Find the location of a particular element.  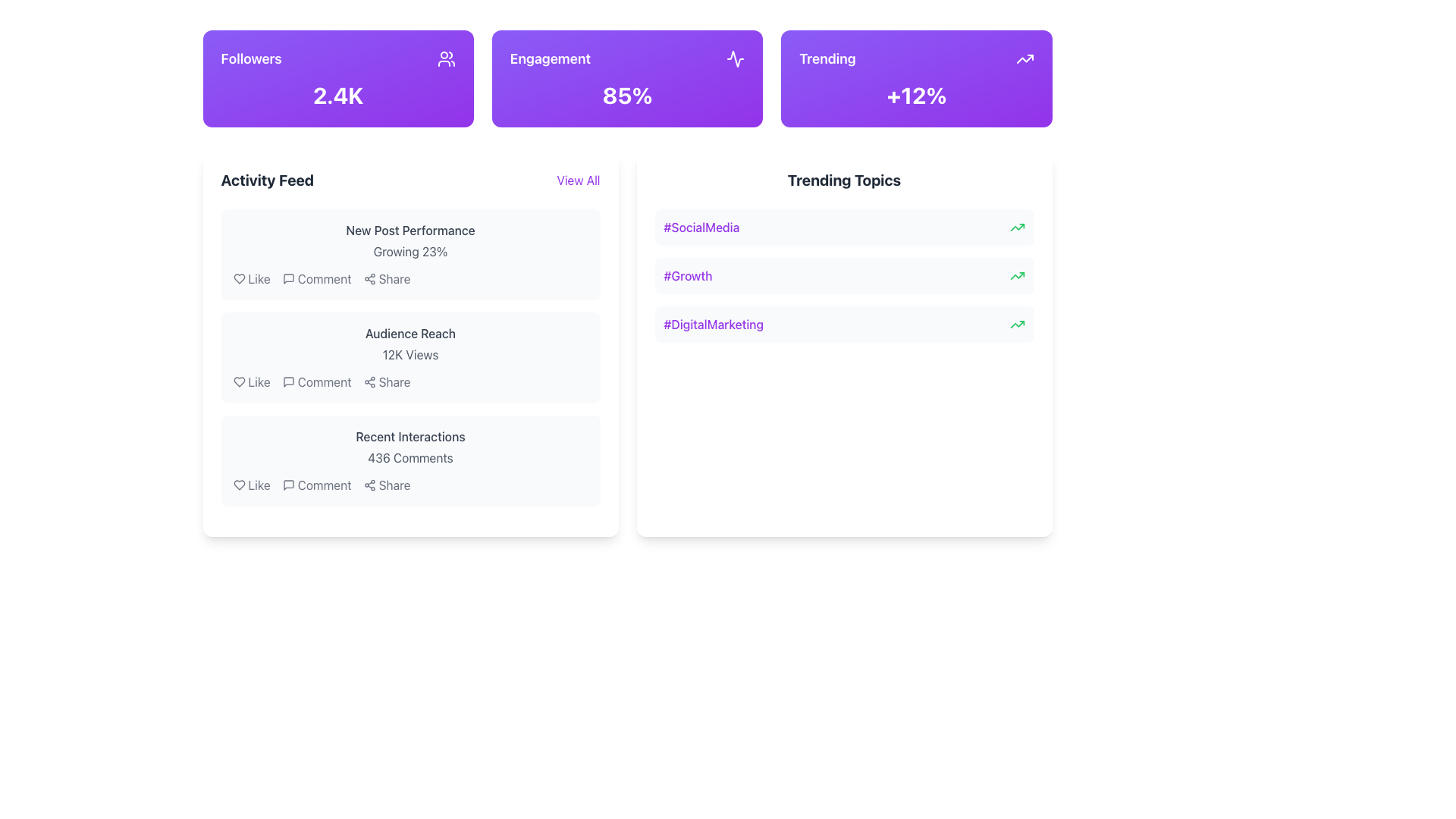

text header that serves as the title for the section displaying trending topics and popular hashtags, located at the top of the card containing this content is located at coordinates (843, 180).